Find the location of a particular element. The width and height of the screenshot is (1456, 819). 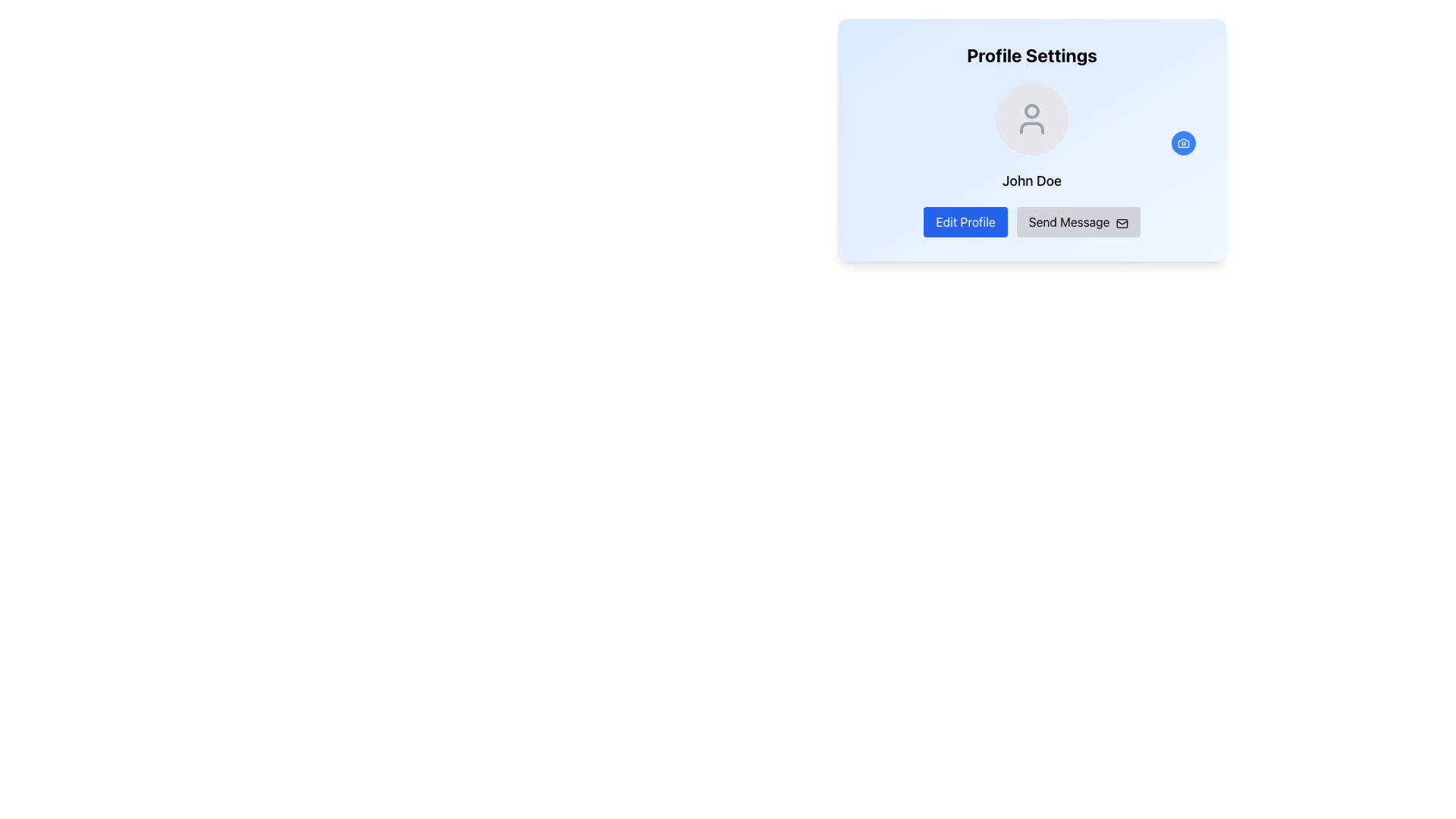

the second button in the Profile Settings section is located at coordinates (1078, 222).